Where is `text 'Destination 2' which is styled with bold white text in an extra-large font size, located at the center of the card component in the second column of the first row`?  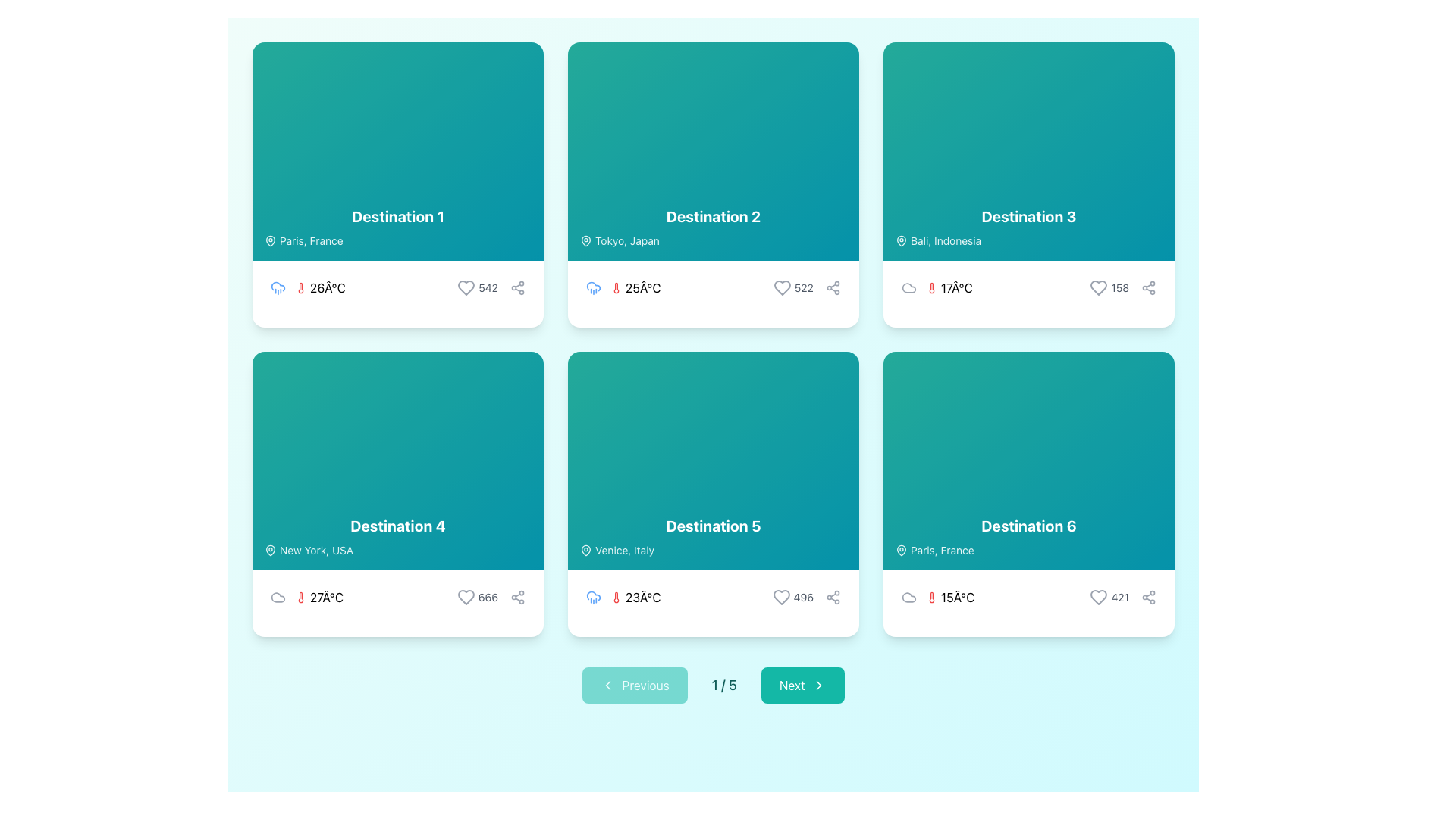 text 'Destination 2' which is styled with bold white text in an extra-large font size, located at the center of the card component in the second column of the first row is located at coordinates (712, 216).